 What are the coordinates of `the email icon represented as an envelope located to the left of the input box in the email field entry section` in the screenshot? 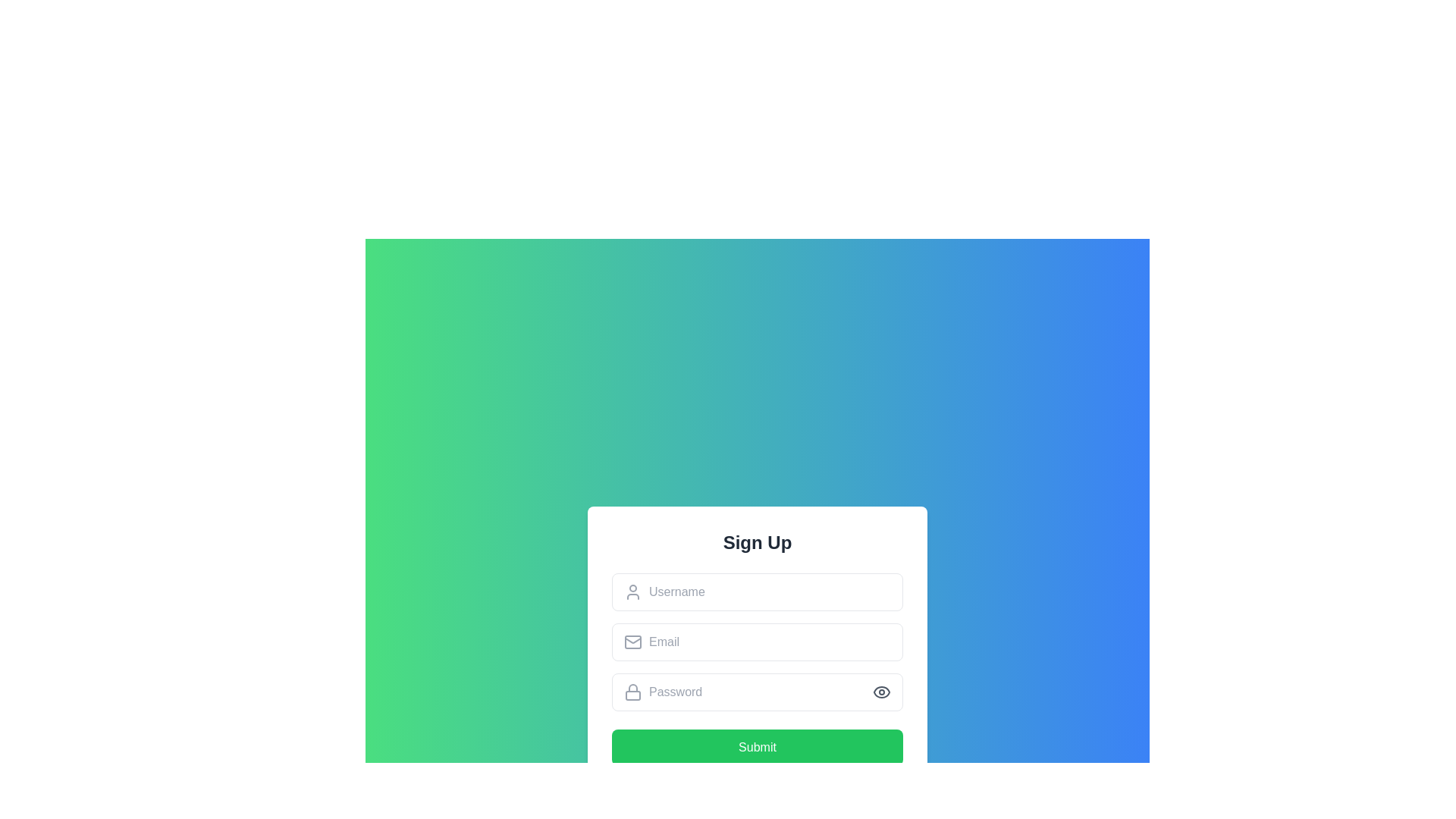 It's located at (633, 642).